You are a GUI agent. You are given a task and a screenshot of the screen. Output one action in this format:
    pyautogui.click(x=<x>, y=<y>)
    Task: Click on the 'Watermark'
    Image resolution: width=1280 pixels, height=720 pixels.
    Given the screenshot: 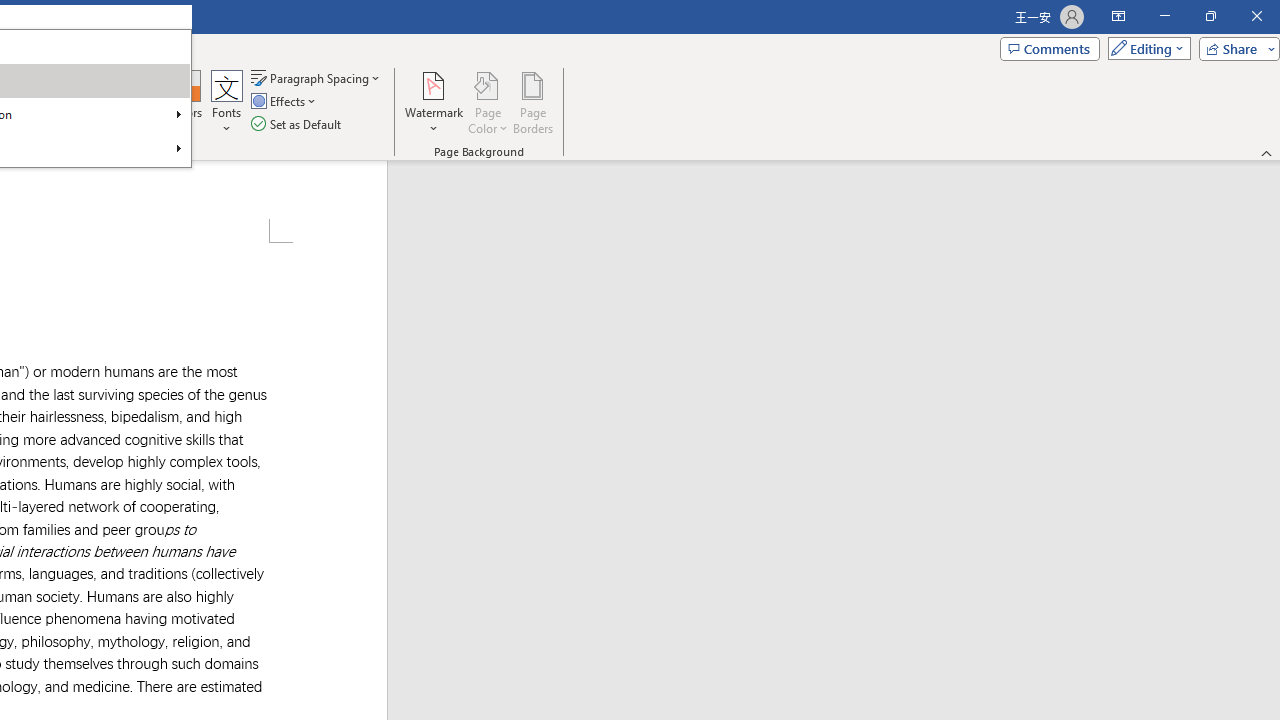 What is the action you would take?
    pyautogui.click(x=433, y=103)
    